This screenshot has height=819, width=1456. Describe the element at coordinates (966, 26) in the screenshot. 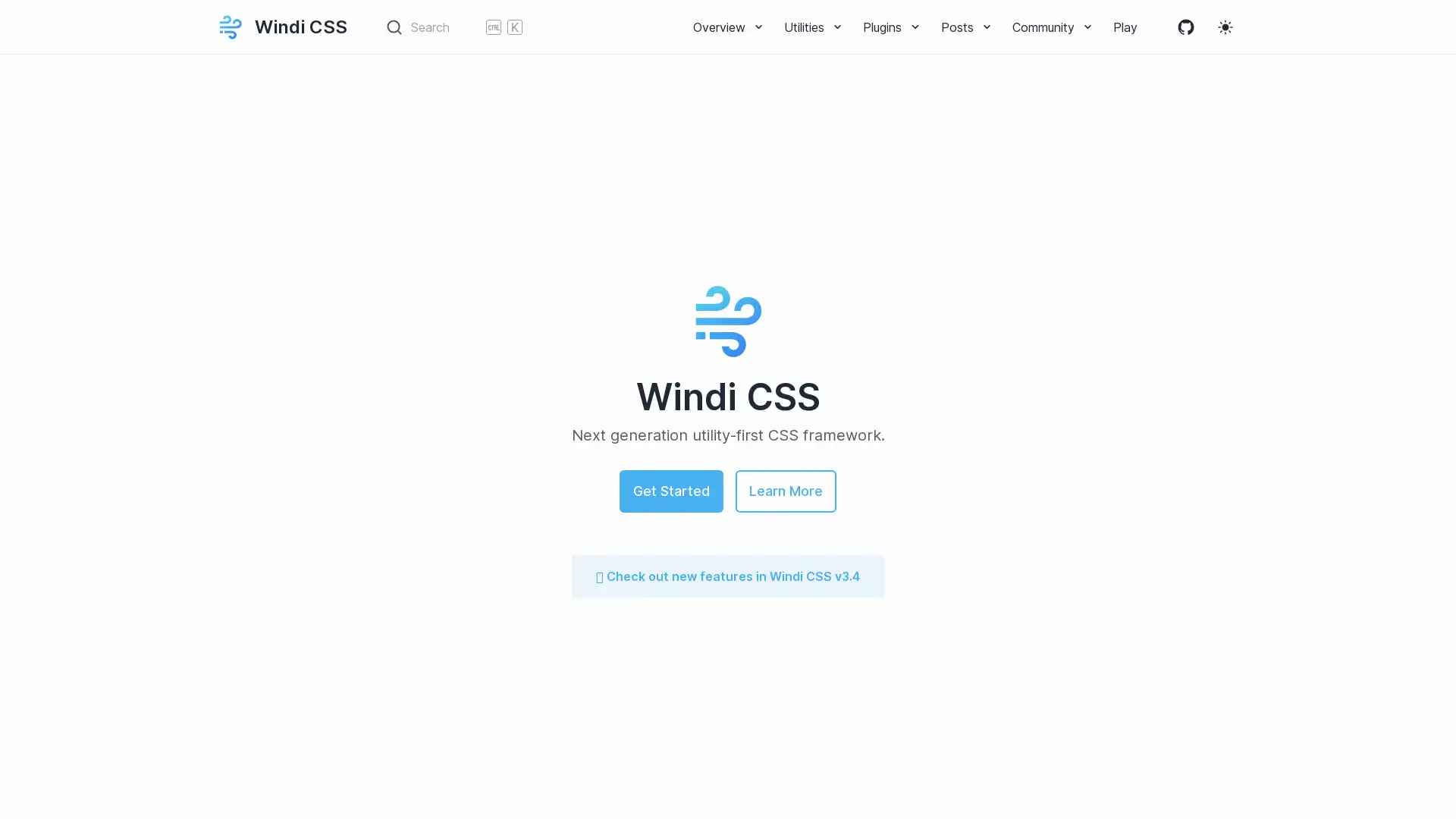

I see `Posts` at that location.